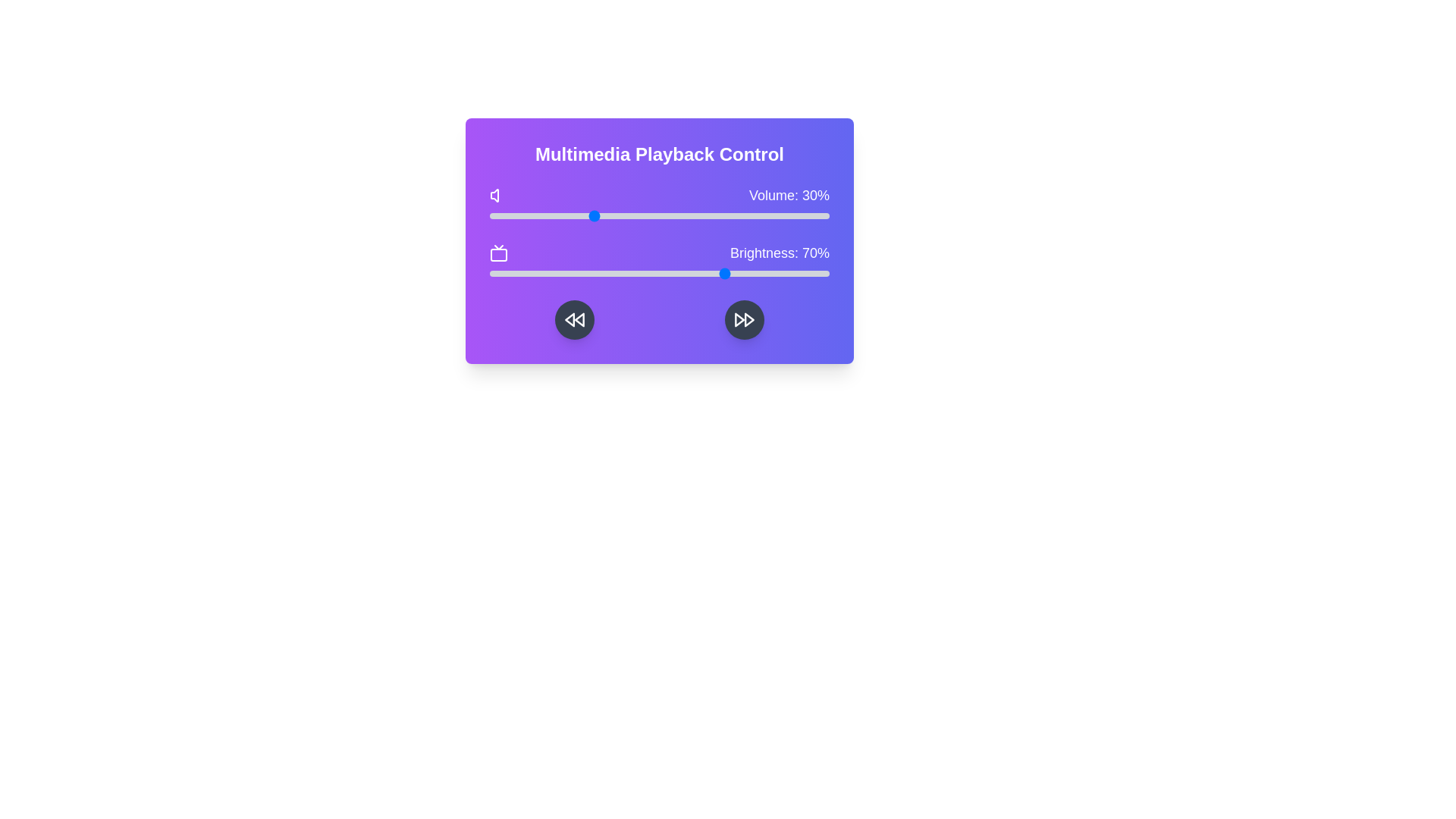 This screenshot has width=1456, height=819. What do you see at coordinates (574, 318) in the screenshot?
I see `the rewind button` at bounding box center [574, 318].